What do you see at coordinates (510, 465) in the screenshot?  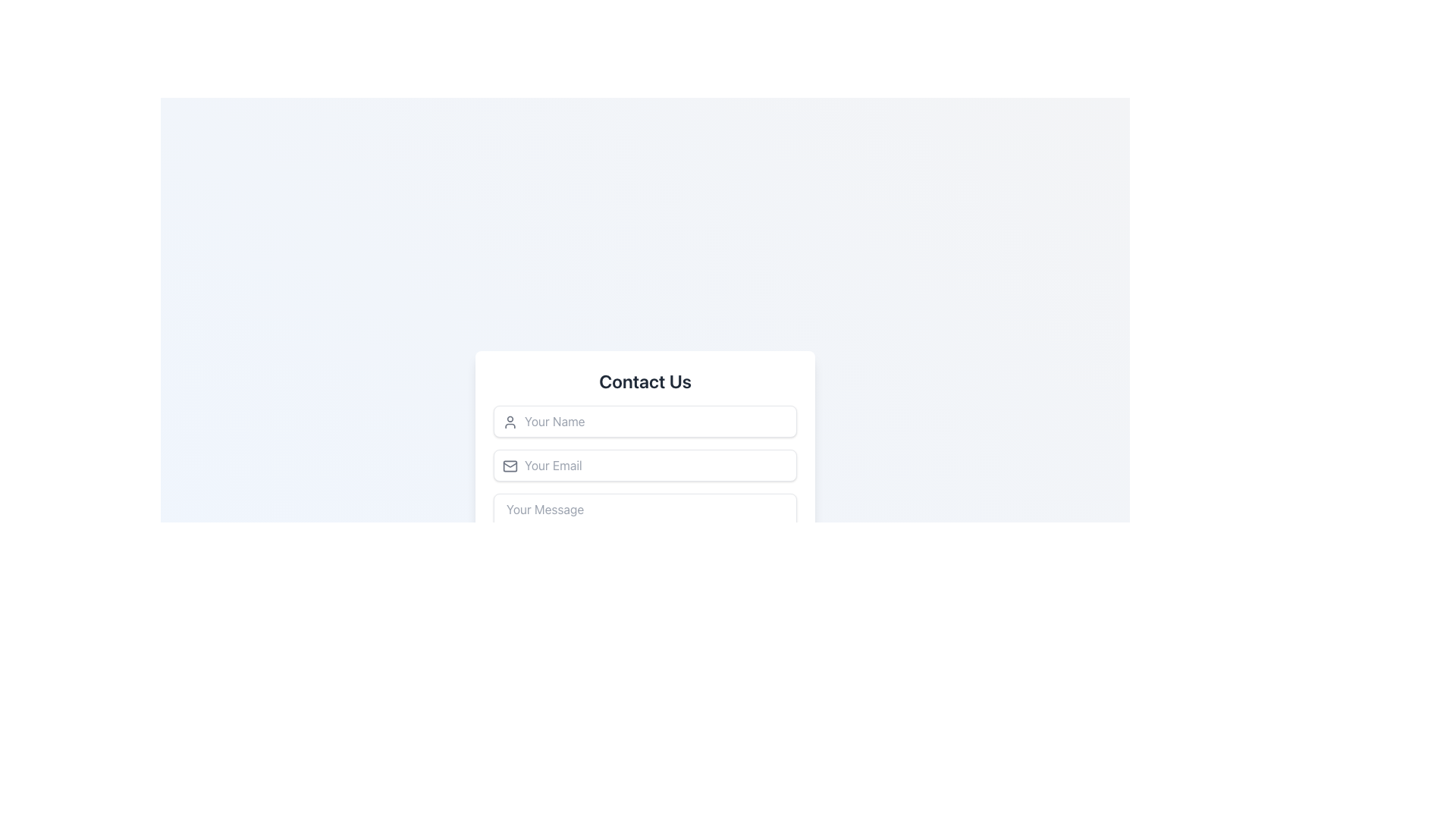 I see `the rounded rectangular SVG element that forms the base of the envelope icon, located to the left of the email input field in the contact form` at bounding box center [510, 465].